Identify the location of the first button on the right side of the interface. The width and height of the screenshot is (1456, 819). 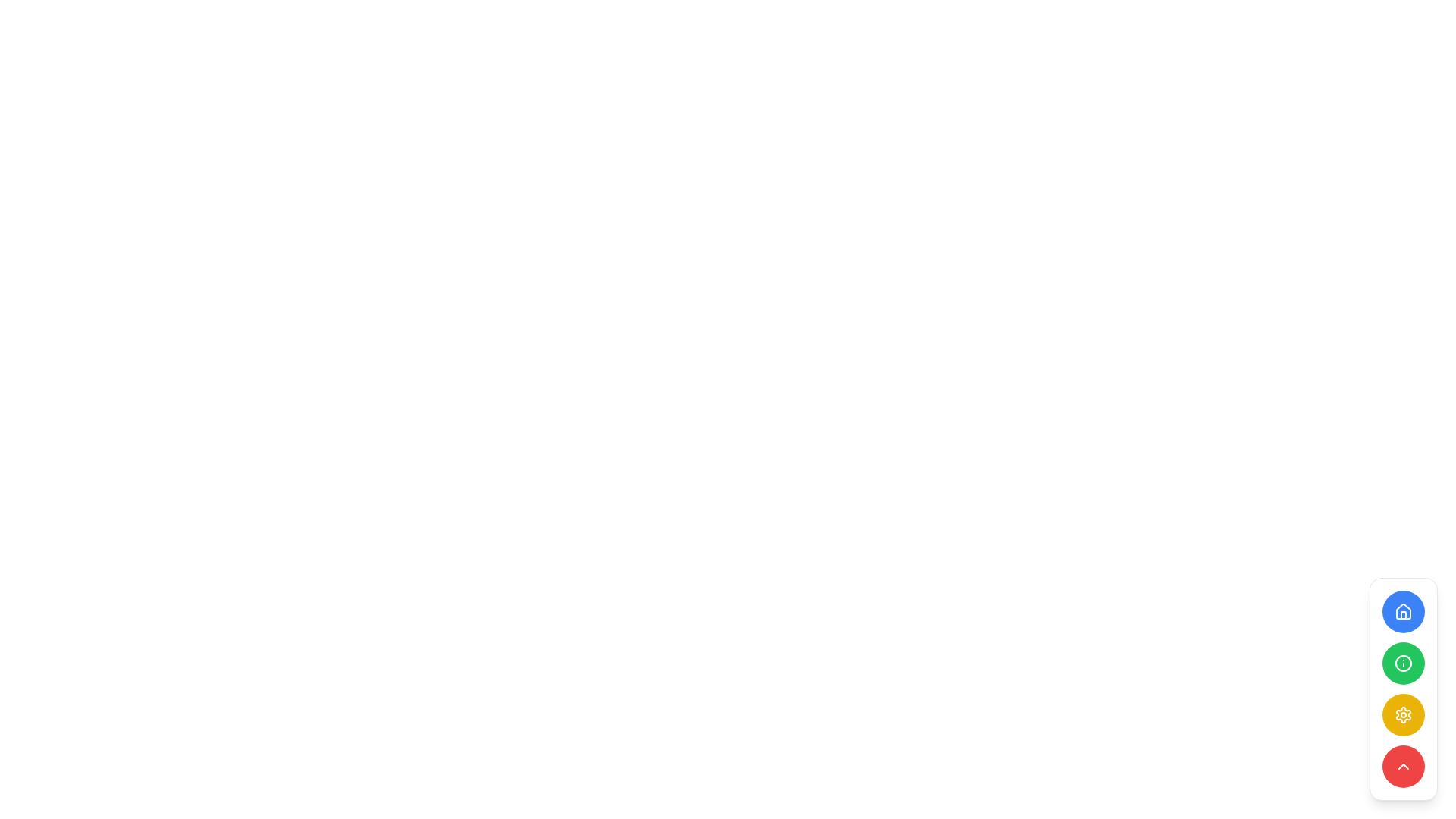
(1403, 610).